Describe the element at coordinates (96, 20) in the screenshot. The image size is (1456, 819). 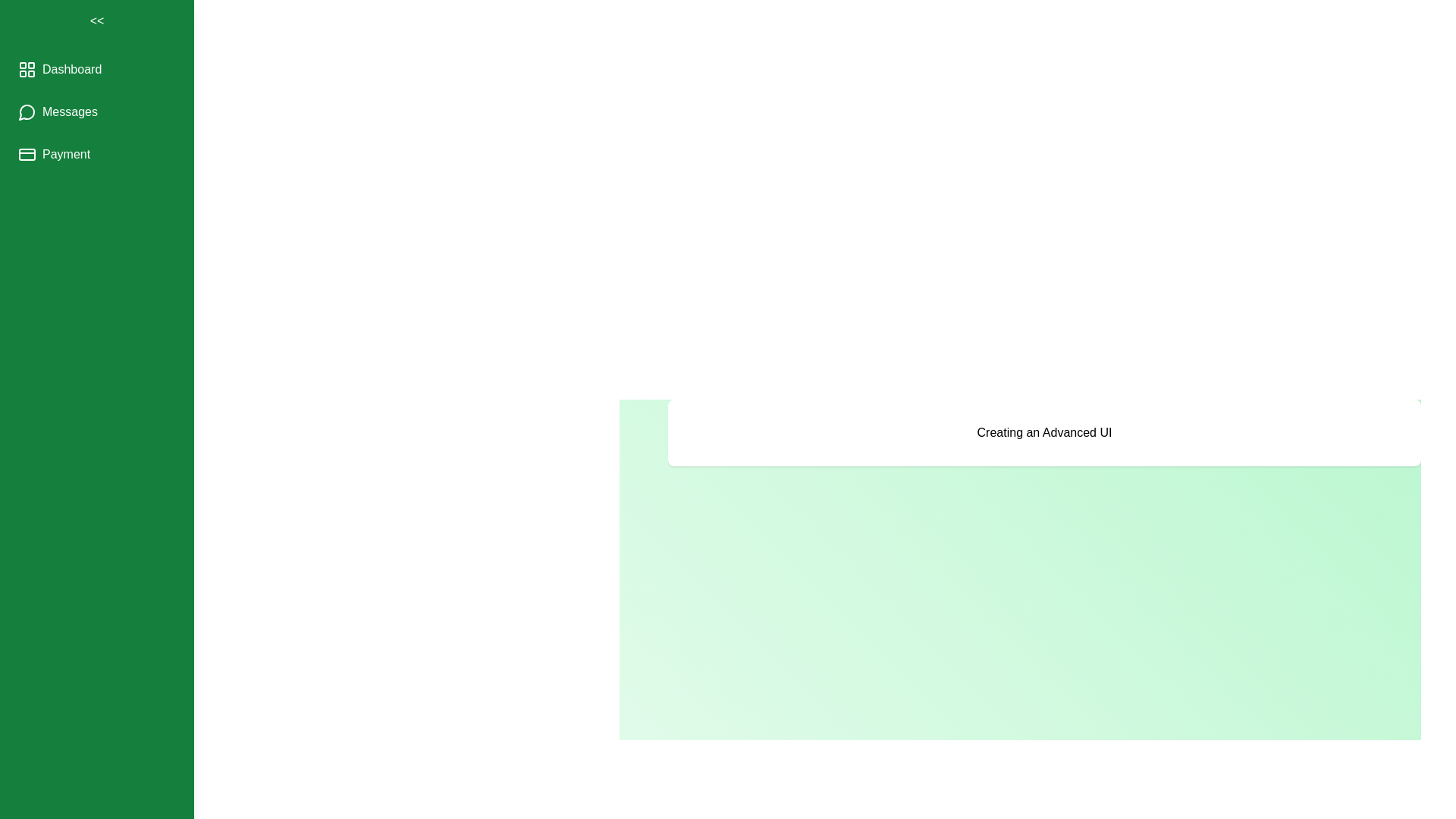
I see `the double-angle left-pointing button ('<<') styled in white on a green background, located at the top-left corner of the green sidebar` at that location.